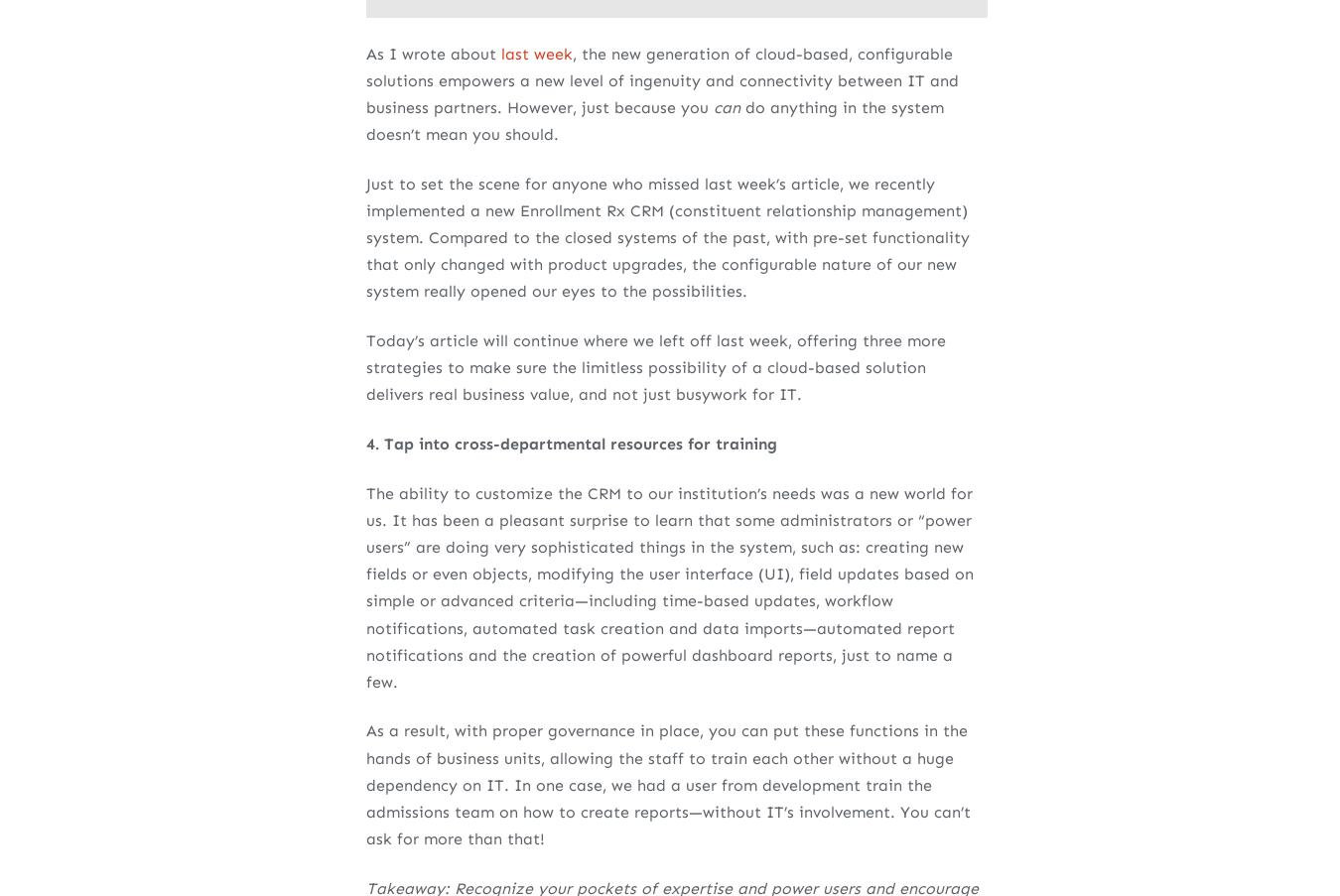  What do you see at coordinates (535, 52) in the screenshot?
I see `'last week'` at bounding box center [535, 52].